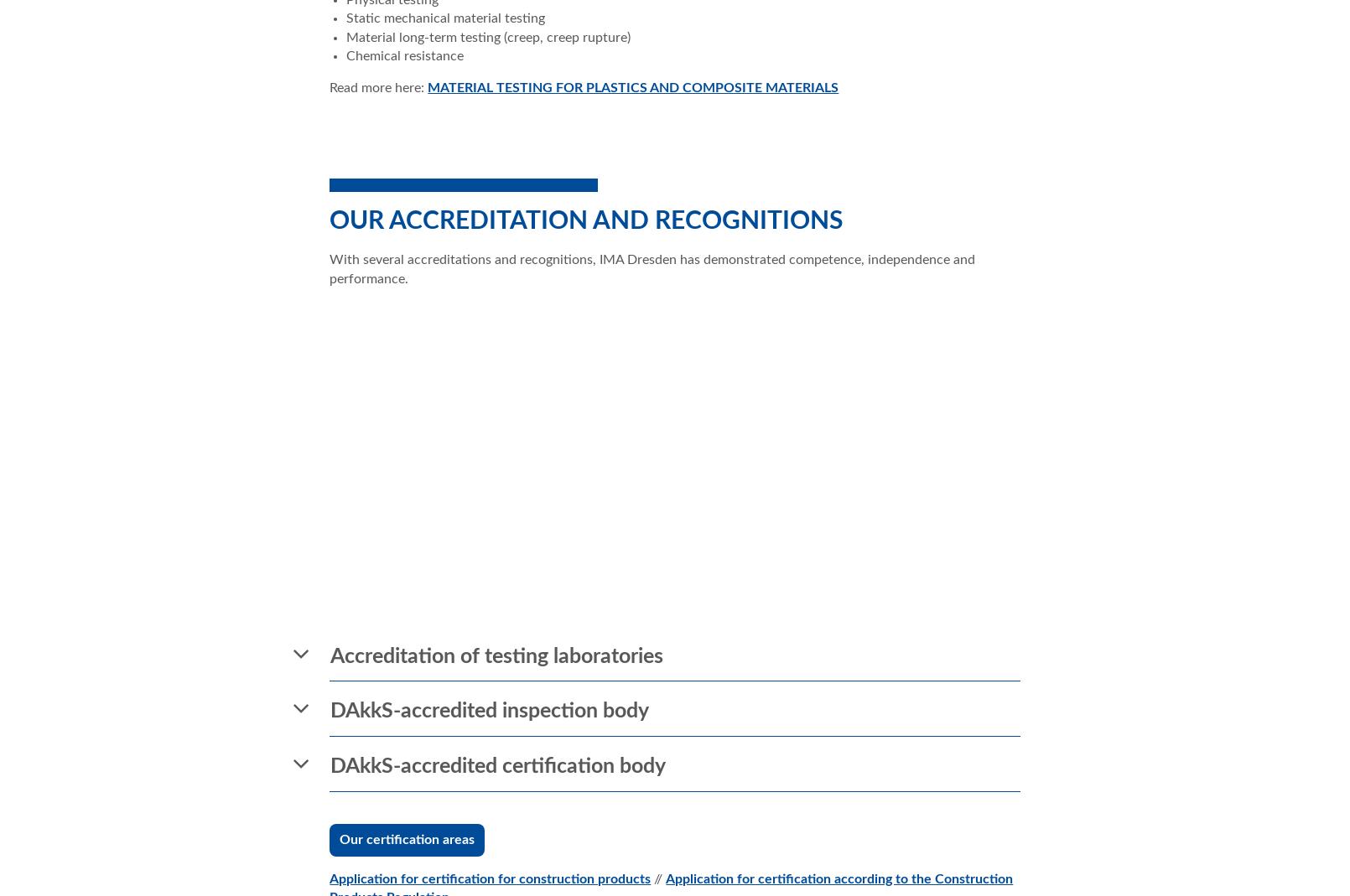  What do you see at coordinates (657, 878) in the screenshot?
I see `'//'` at bounding box center [657, 878].